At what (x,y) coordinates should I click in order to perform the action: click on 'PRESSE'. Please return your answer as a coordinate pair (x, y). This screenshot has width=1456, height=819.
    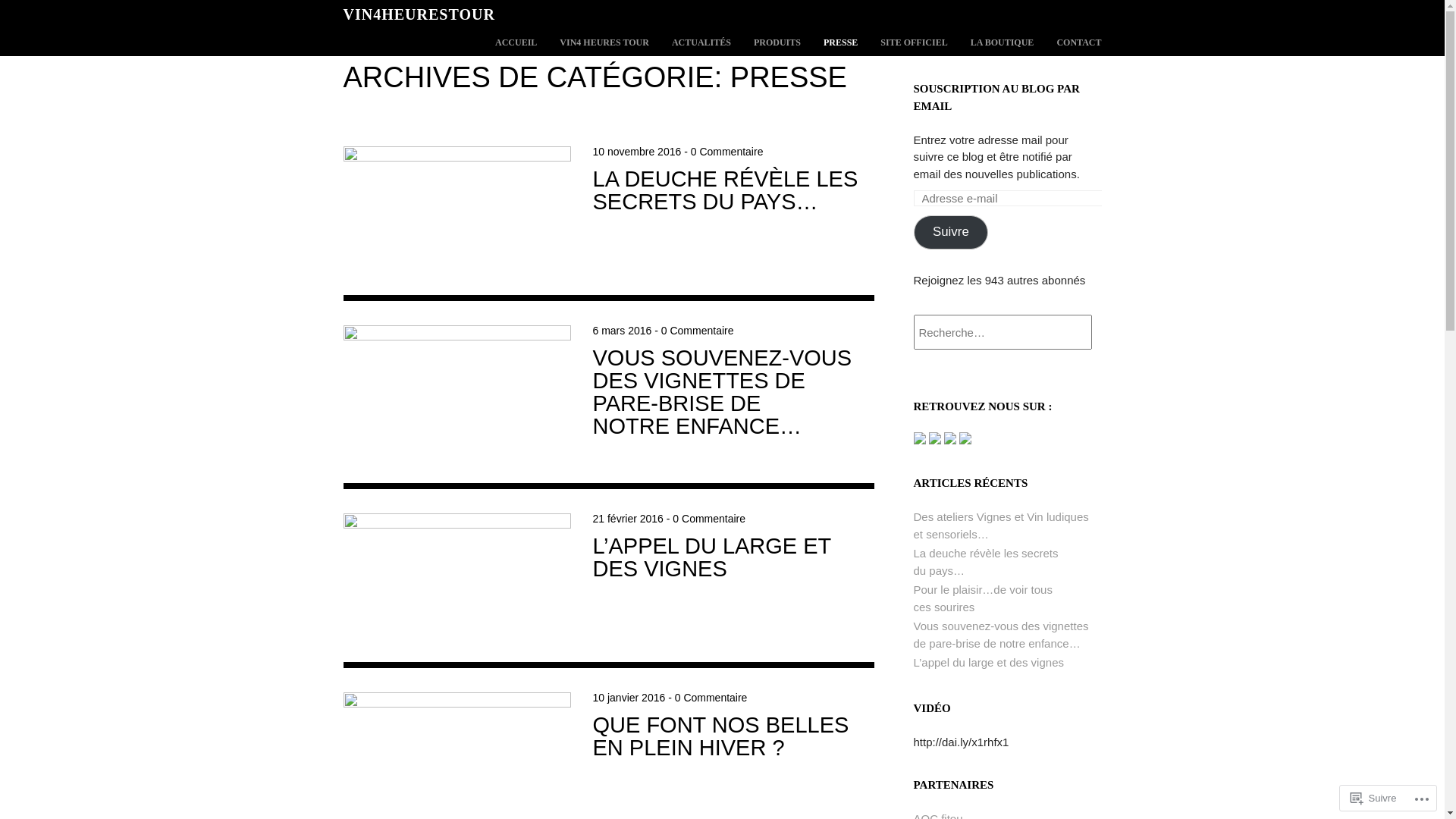
    Looking at the image, I should click on (839, 42).